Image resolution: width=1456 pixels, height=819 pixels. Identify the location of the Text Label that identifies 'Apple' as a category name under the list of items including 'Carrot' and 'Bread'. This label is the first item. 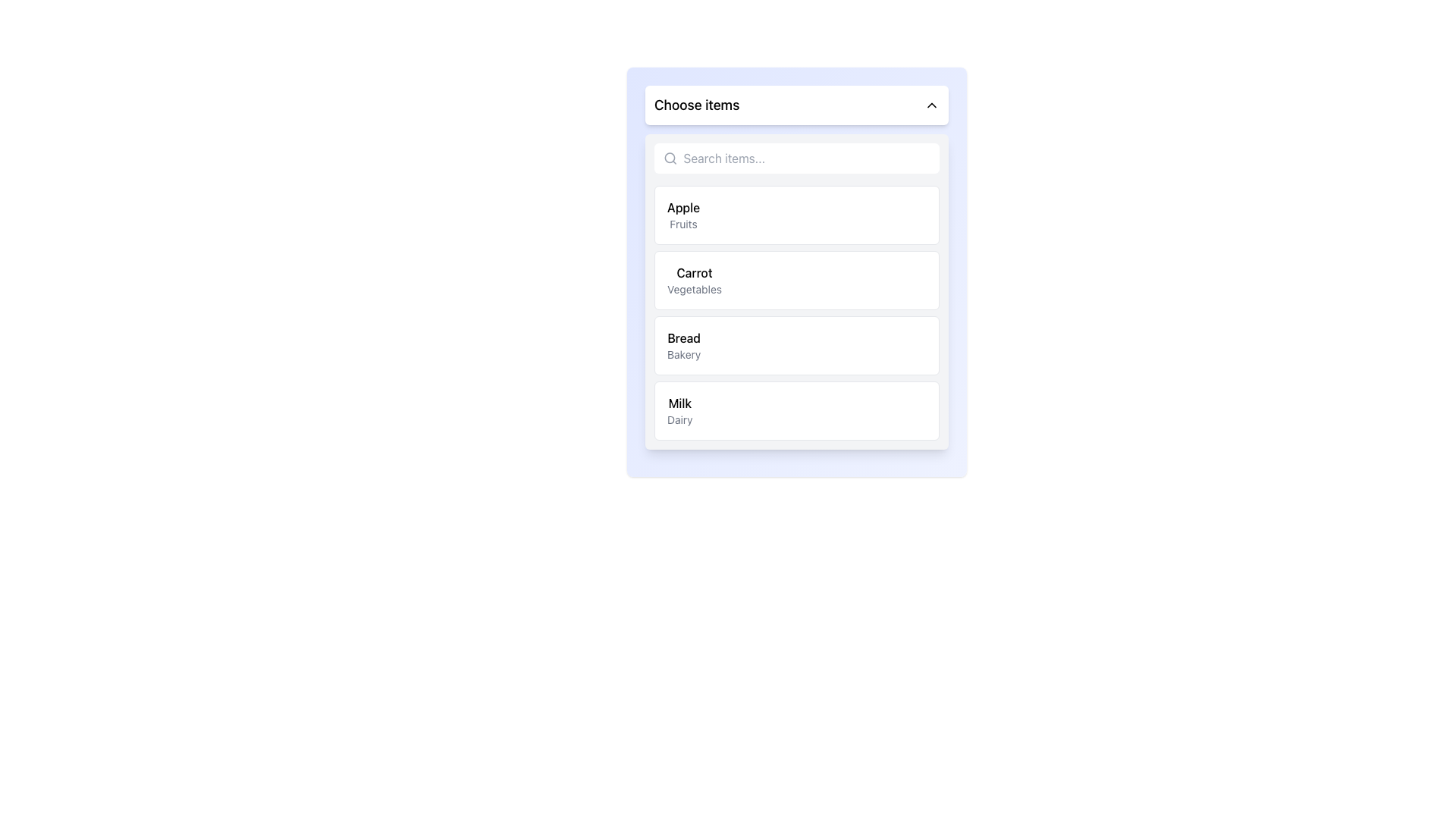
(682, 215).